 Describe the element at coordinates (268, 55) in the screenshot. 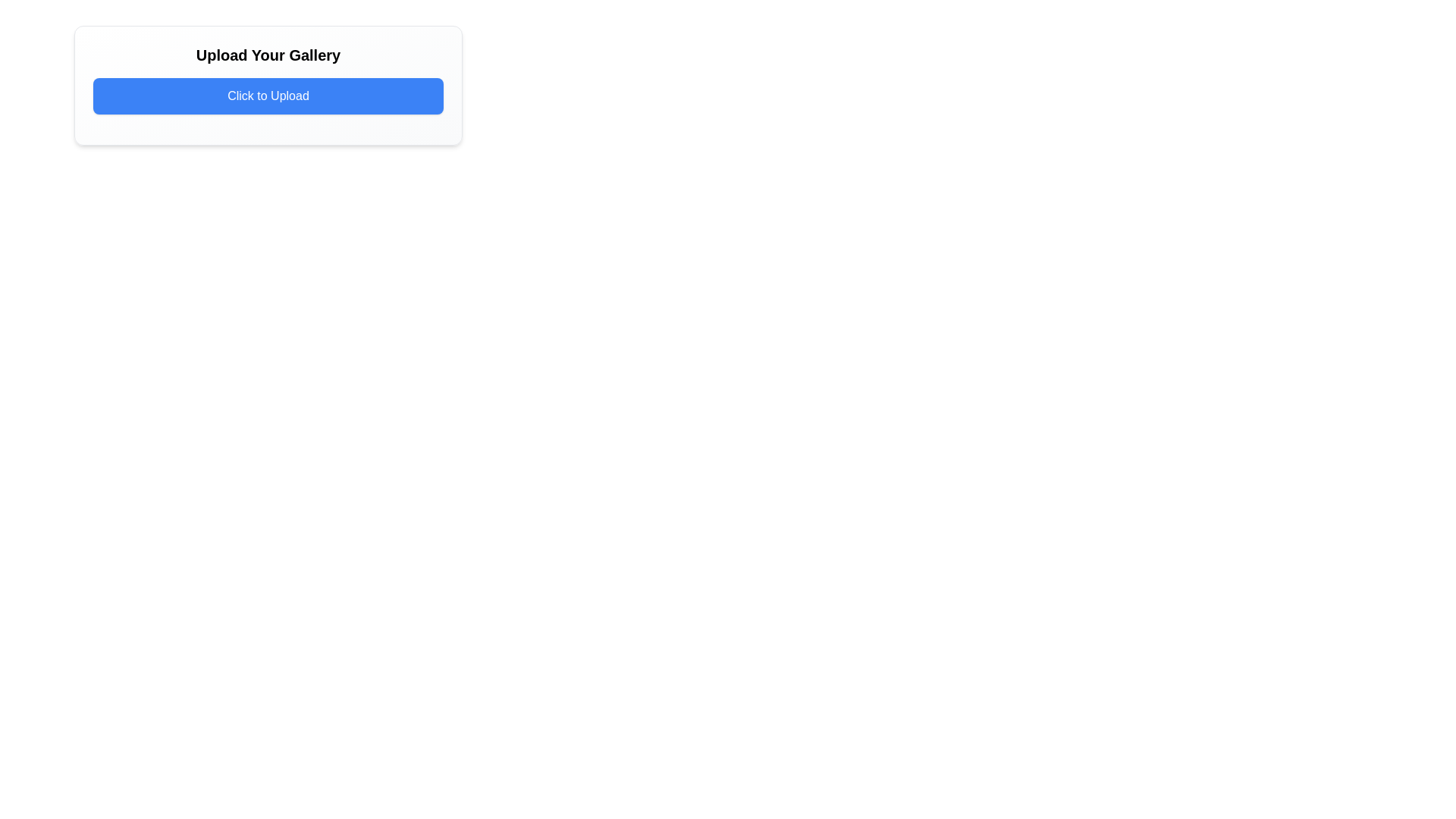

I see `descriptive header text displayed above the 'Click to Upload' button, which informs the user about uploading items to a gallery` at that location.